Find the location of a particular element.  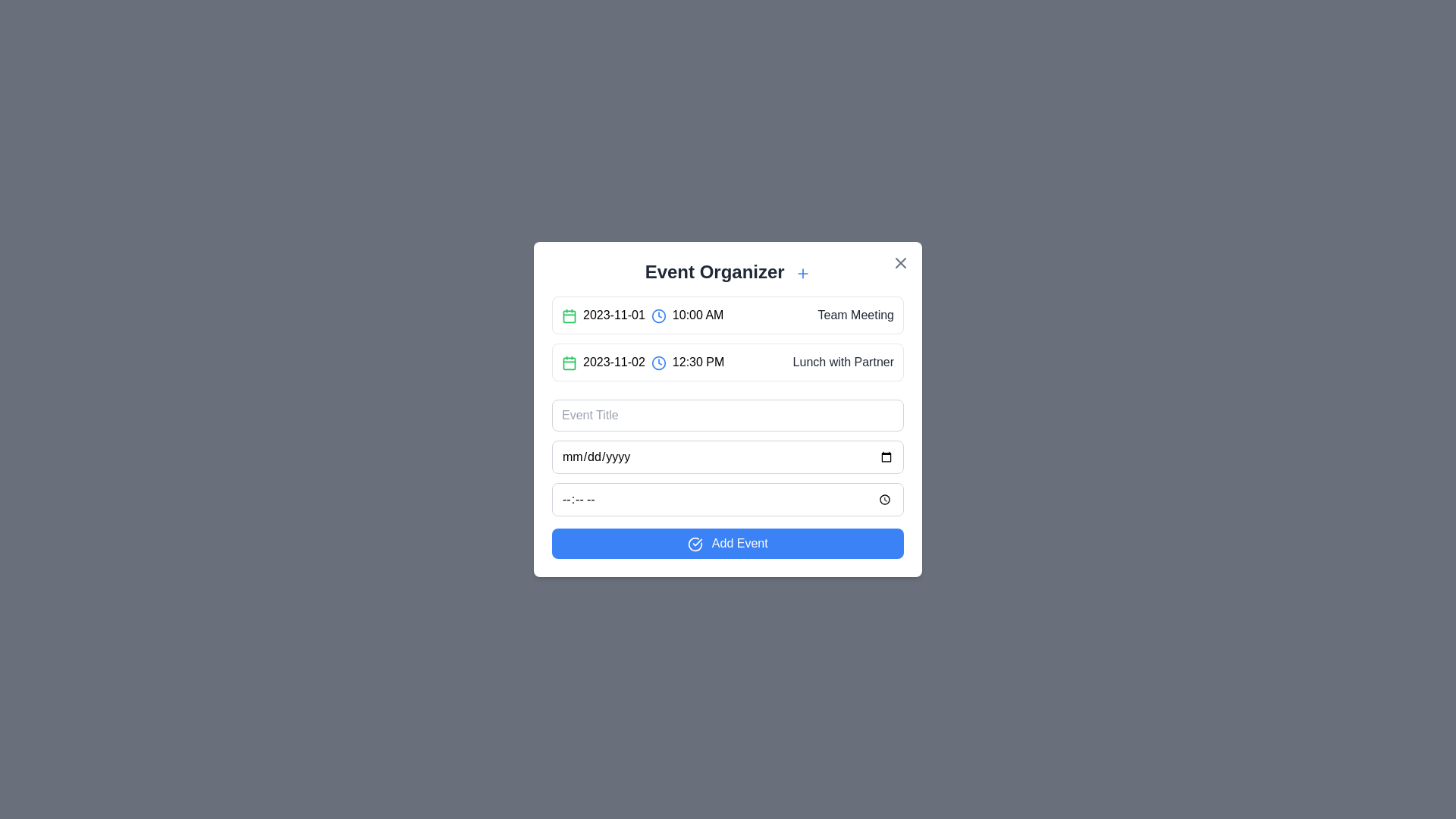

the close button located at the top-right corner of the modal to trigger the hover effect is located at coordinates (901, 262).